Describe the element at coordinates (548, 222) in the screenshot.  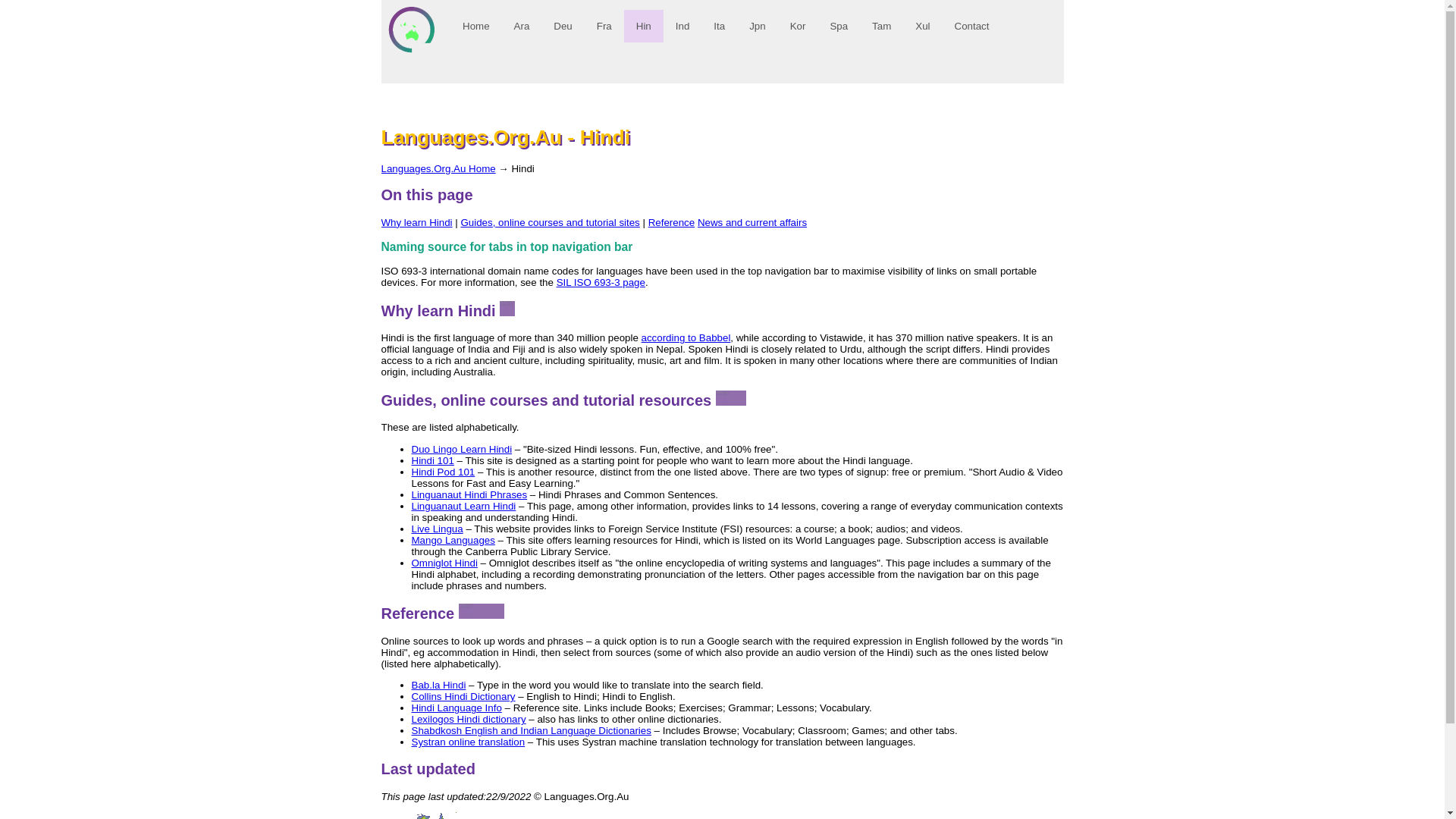
I see `'Guides, online courses and tutorial sites'` at that location.